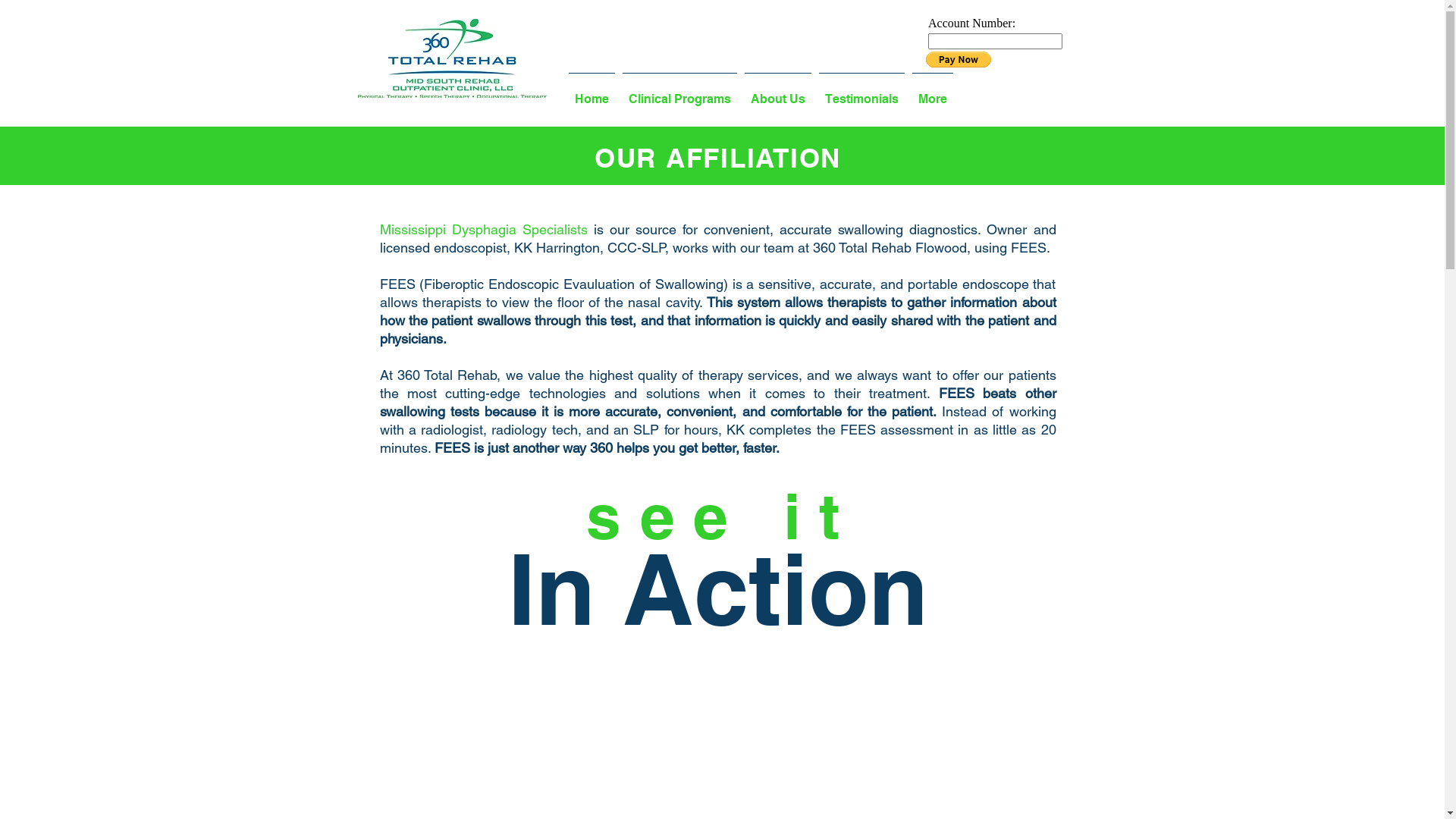  I want to click on 'Home', so click(590, 92).